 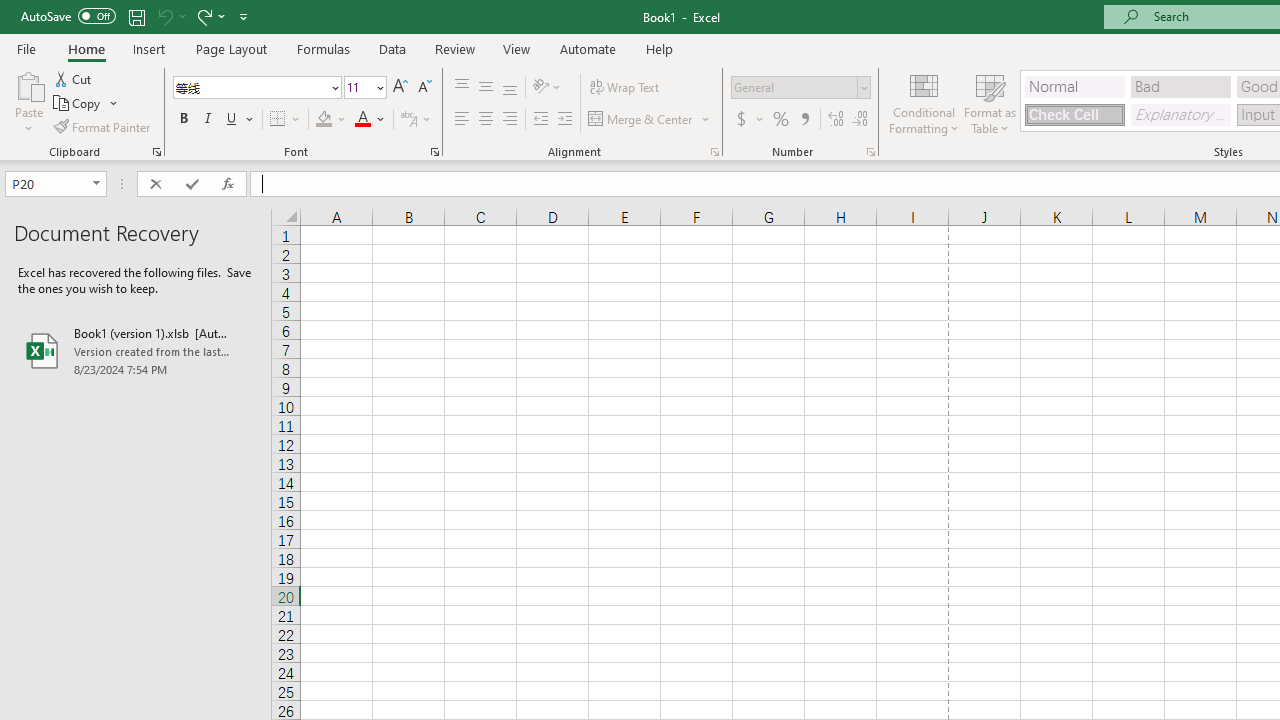 What do you see at coordinates (800, 86) in the screenshot?
I see `'Number Format'` at bounding box center [800, 86].